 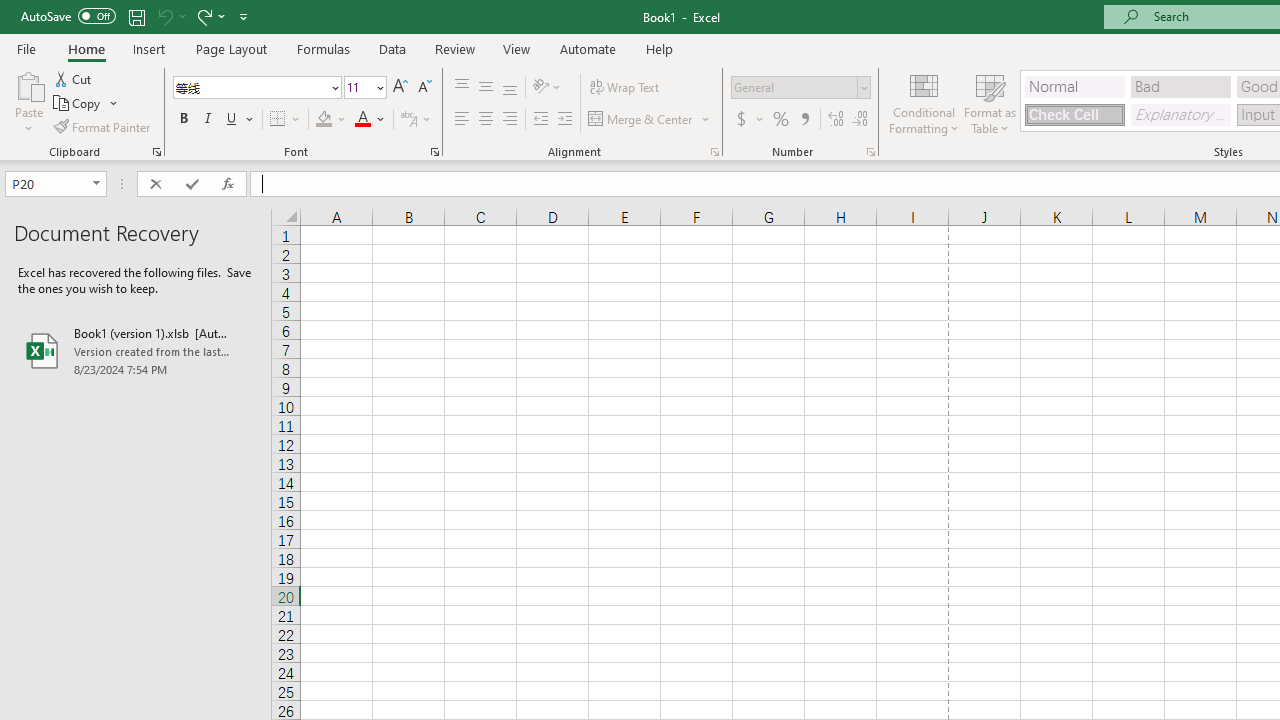 What do you see at coordinates (800, 86) in the screenshot?
I see `'Number Format'` at bounding box center [800, 86].